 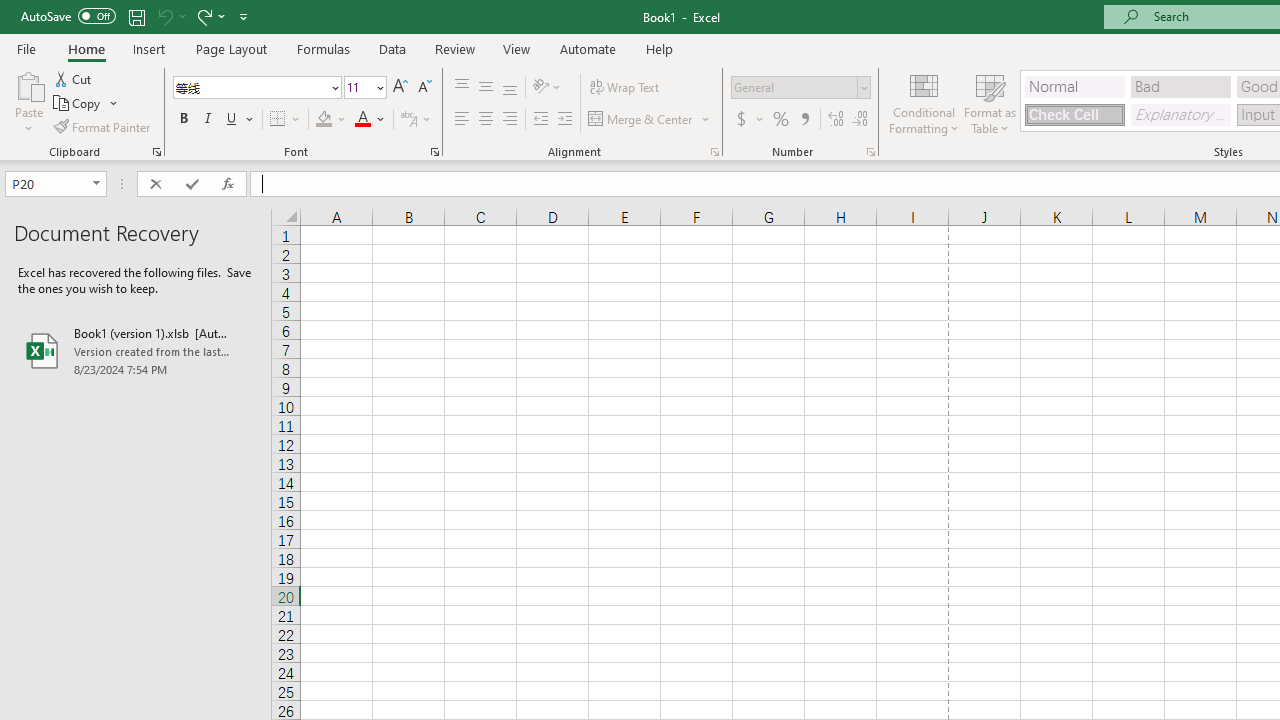 What do you see at coordinates (800, 86) in the screenshot?
I see `'Number Format'` at bounding box center [800, 86].